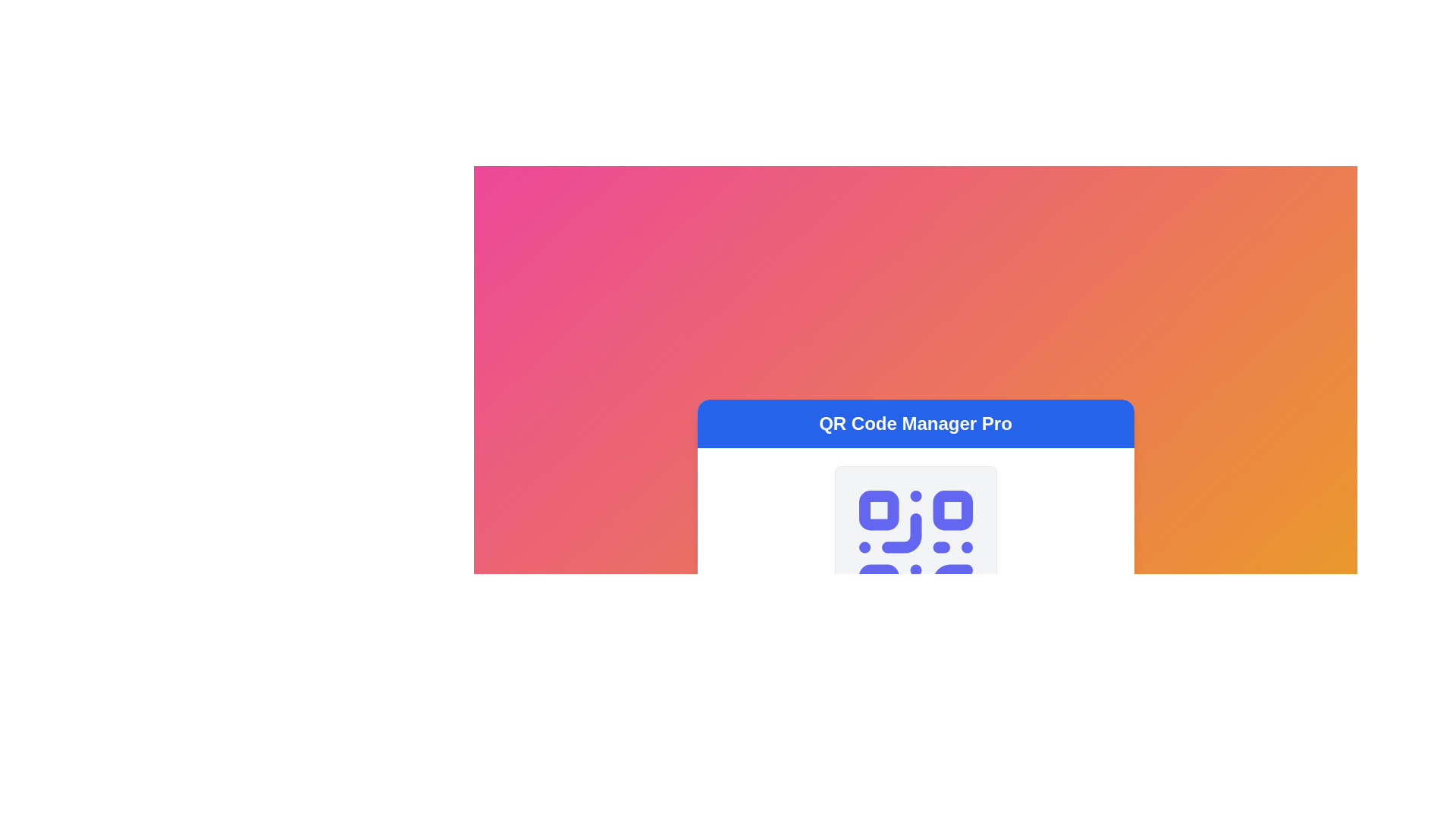 This screenshot has width=1456, height=819. What do you see at coordinates (878, 510) in the screenshot?
I see `the top-left corner square of the QR code representation in the SVG structure` at bounding box center [878, 510].